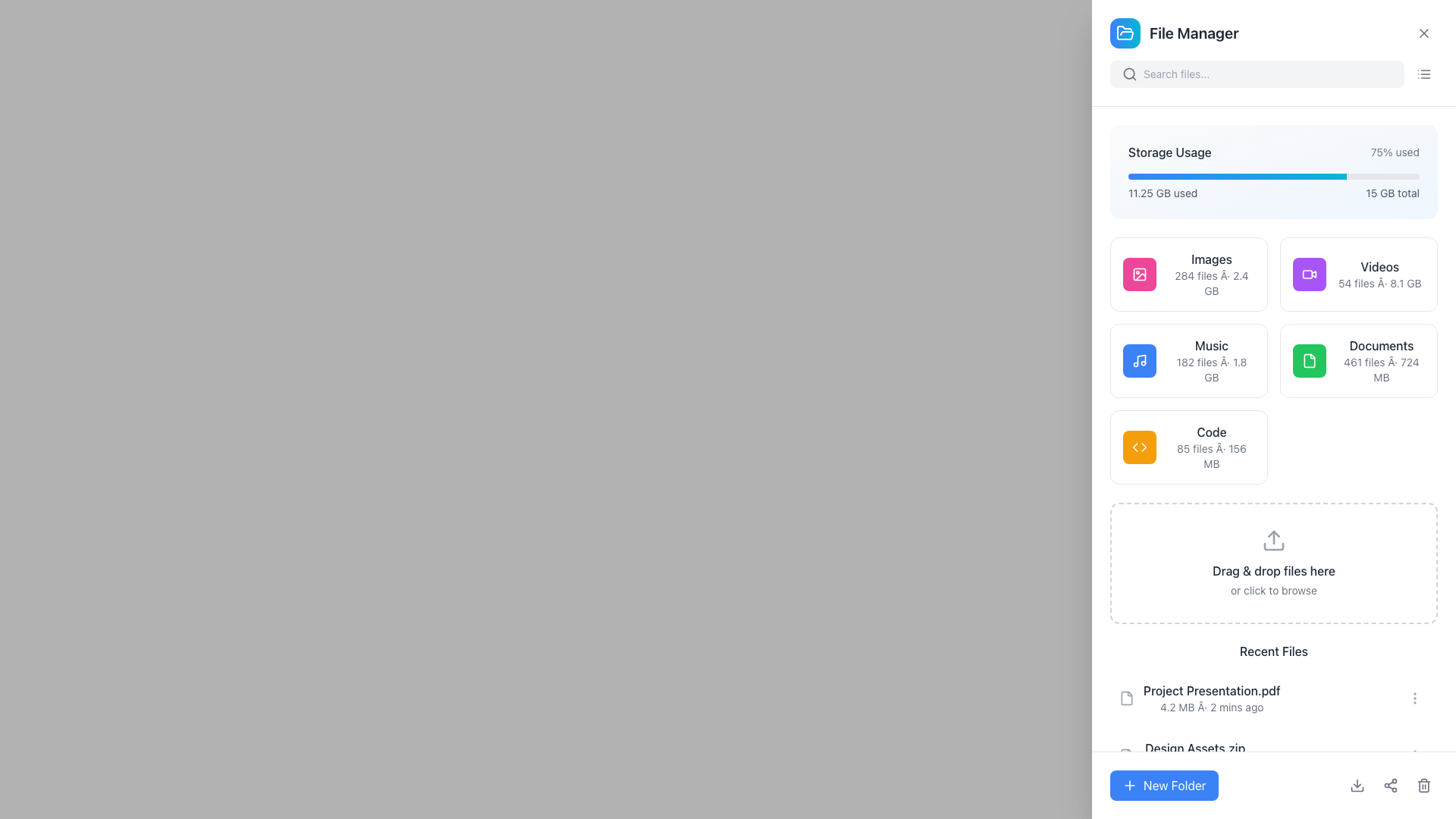 The height and width of the screenshot is (819, 1456). I want to click on the 'Documents' file icon in the file manager interface, so click(1309, 360).